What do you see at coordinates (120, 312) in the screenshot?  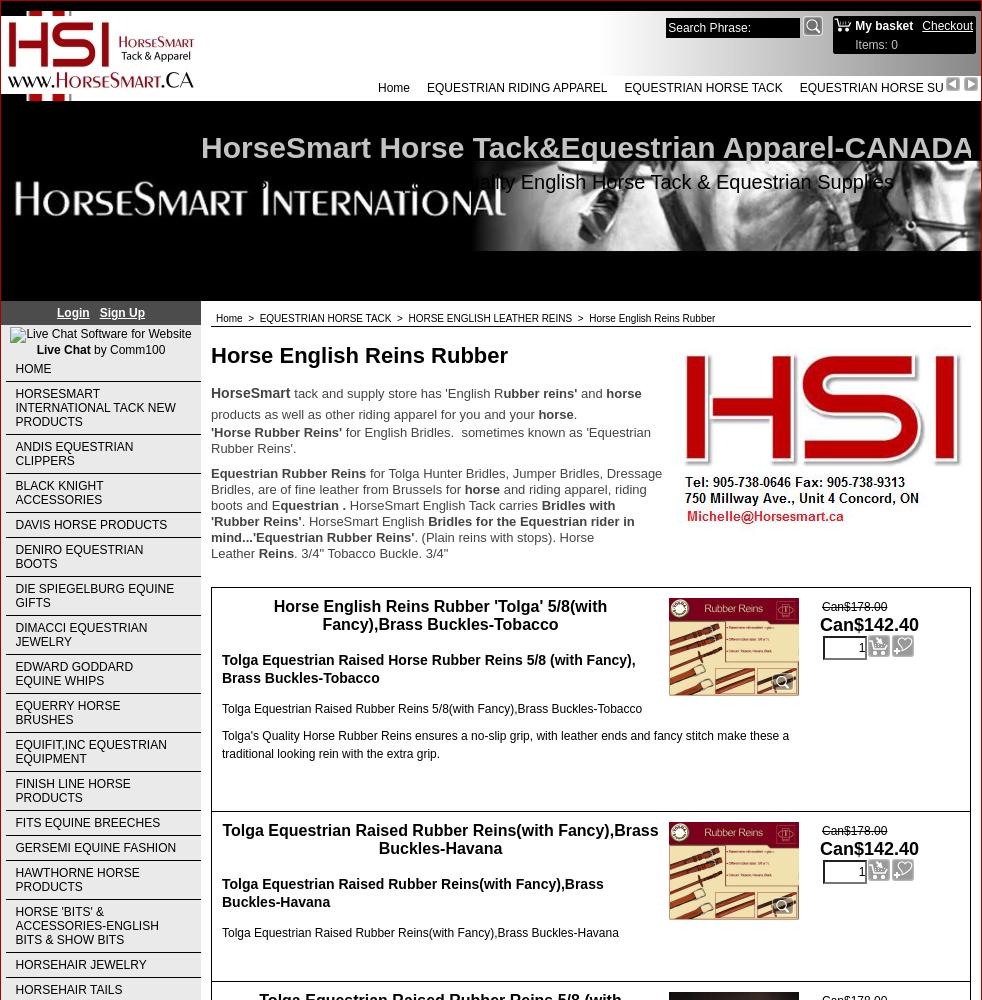 I see `'Sign Up'` at bounding box center [120, 312].